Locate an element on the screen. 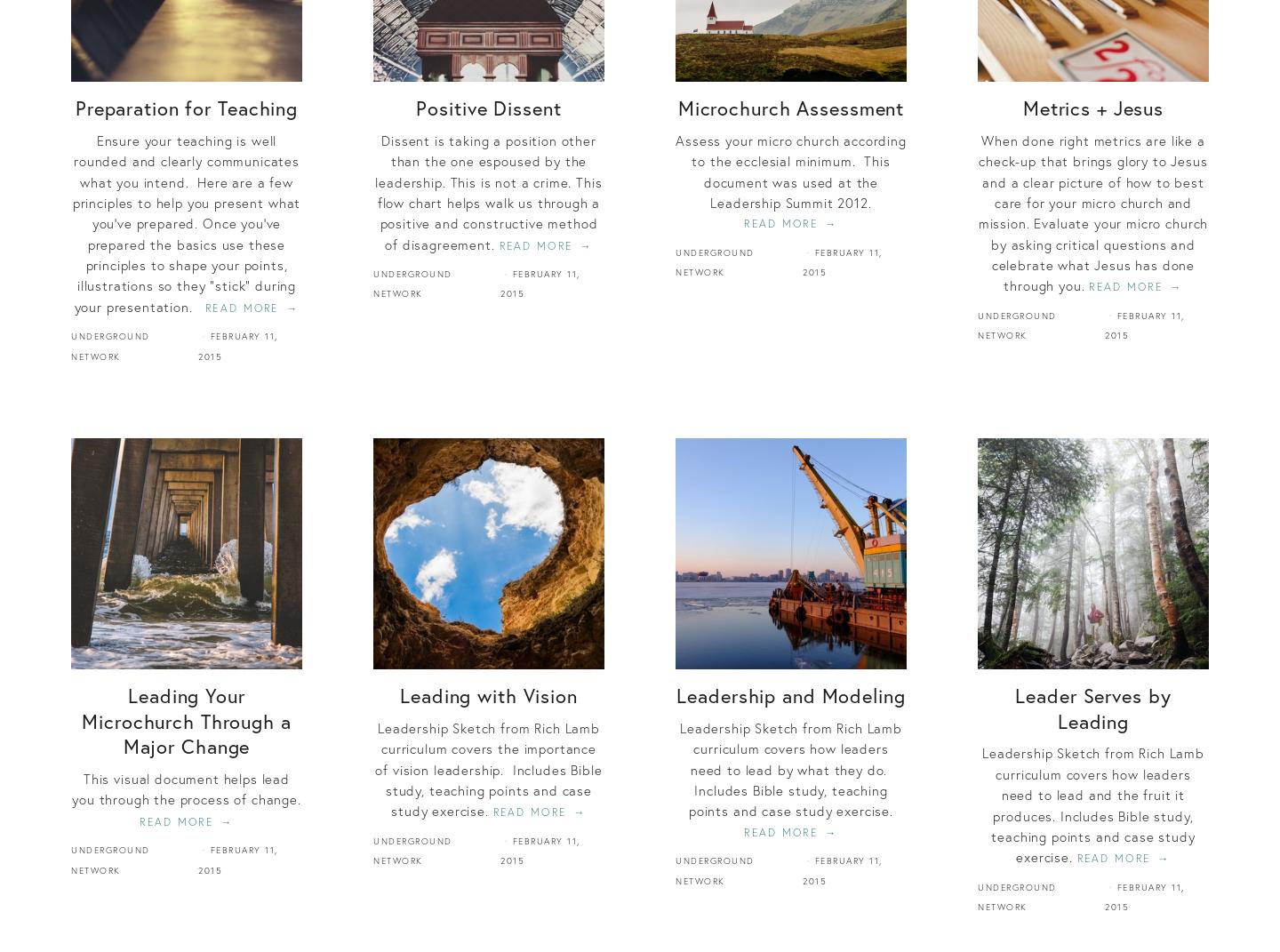  'Leader Serves by Leading' is located at coordinates (1092, 707).